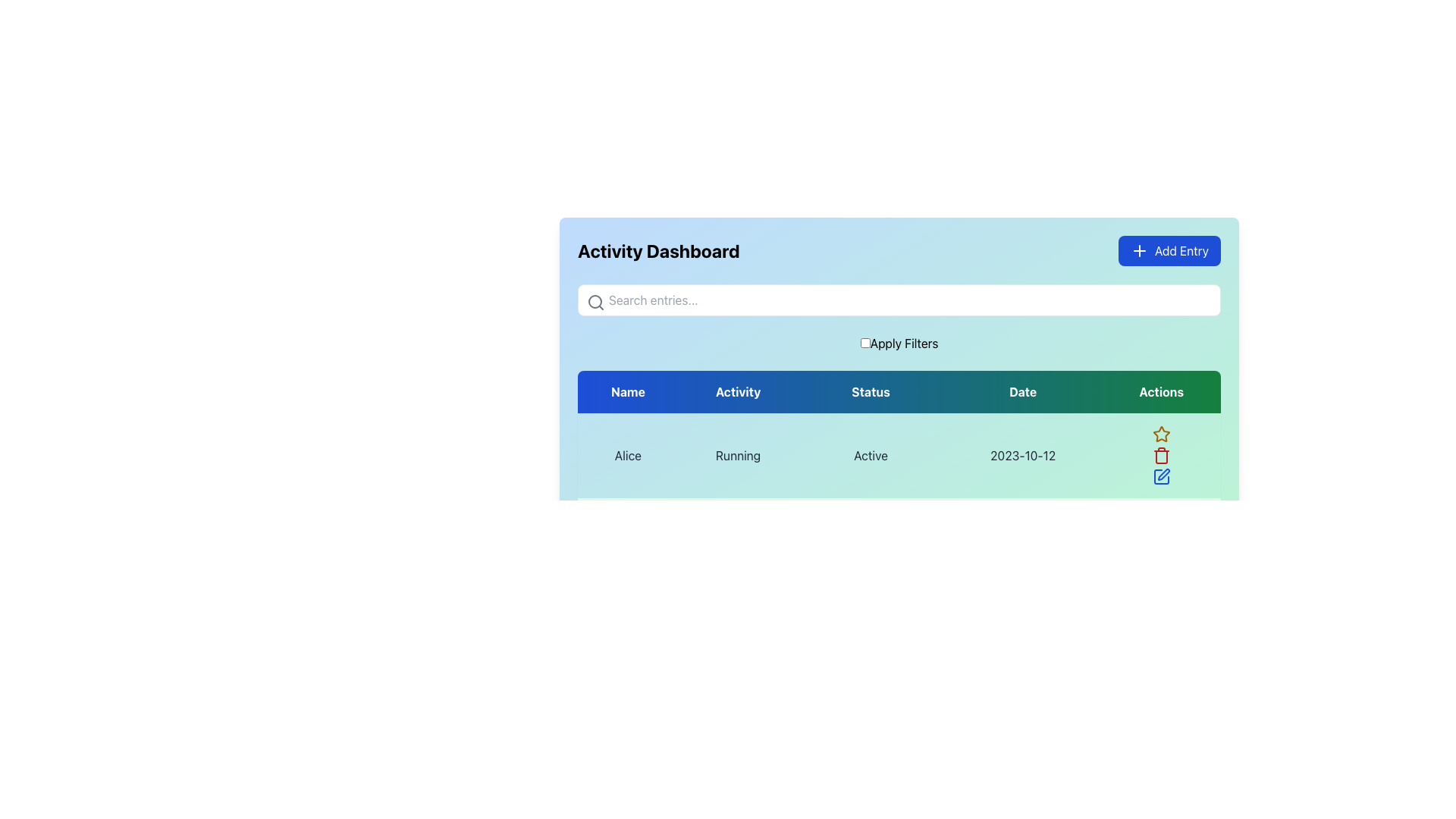  What do you see at coordinates (899, 497) in the screenshot?
I see `to select the first row of the data table containing the texts 'Alice', 'Running', 'Active', and '2023-10-12'` at bounding box center [899, 497].